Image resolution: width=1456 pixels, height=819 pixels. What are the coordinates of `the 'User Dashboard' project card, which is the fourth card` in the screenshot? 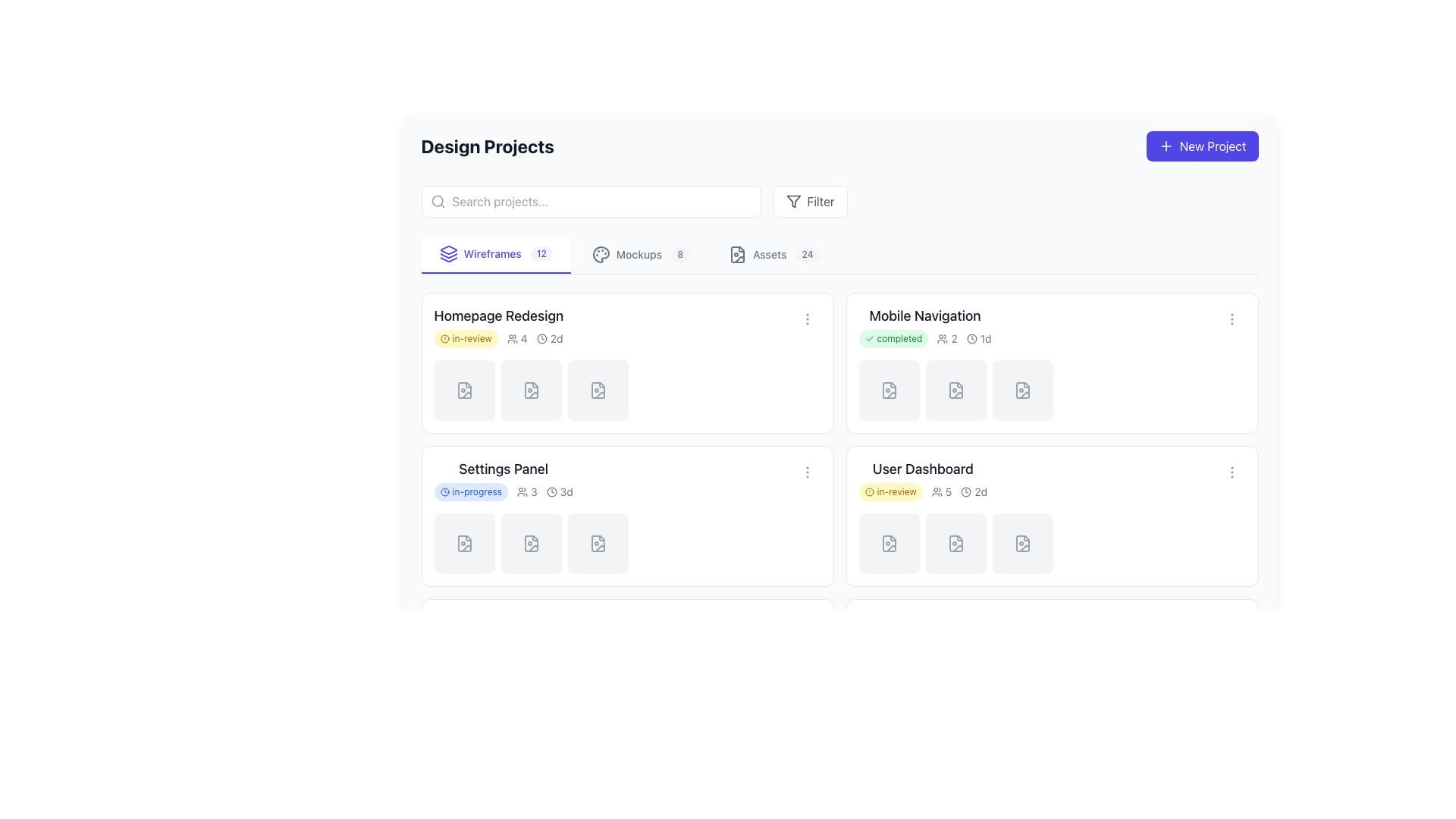 It's located at (1051, 516).